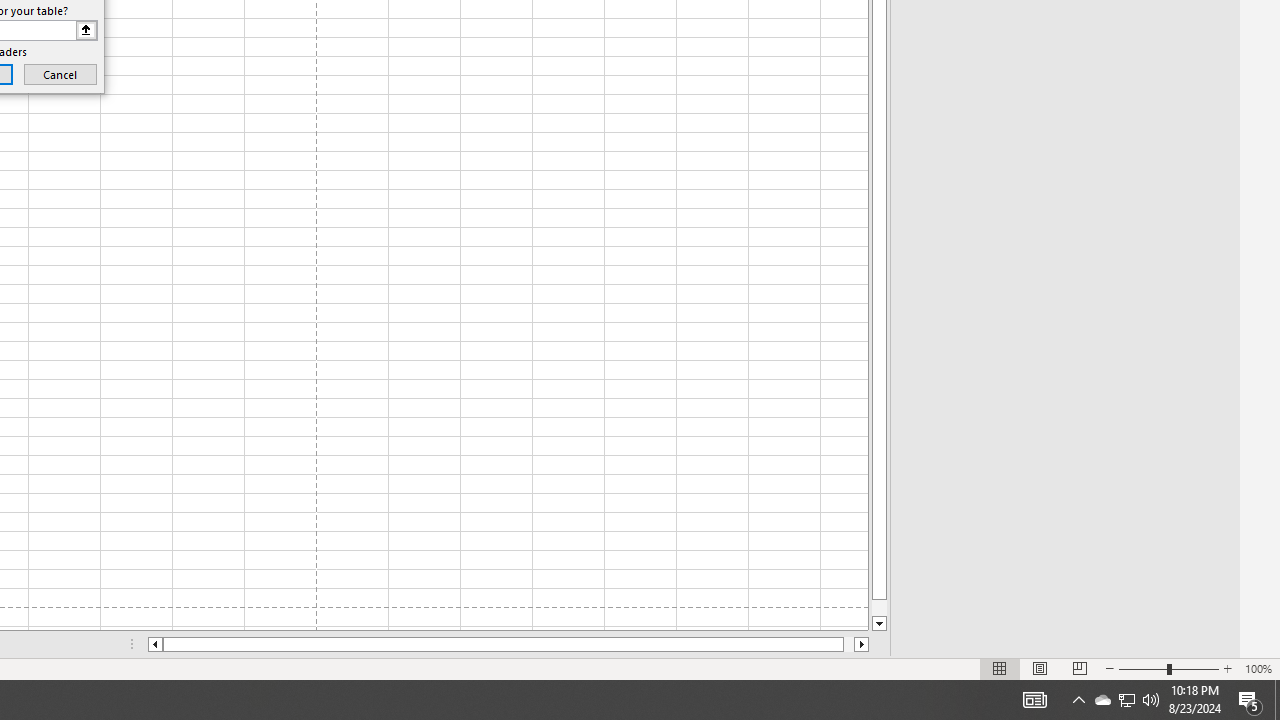 This screenshot has width=1280, height=720. Describe the element at coordinates (1168, 669) in the screenshot. I see `'Zoom'` at that location.